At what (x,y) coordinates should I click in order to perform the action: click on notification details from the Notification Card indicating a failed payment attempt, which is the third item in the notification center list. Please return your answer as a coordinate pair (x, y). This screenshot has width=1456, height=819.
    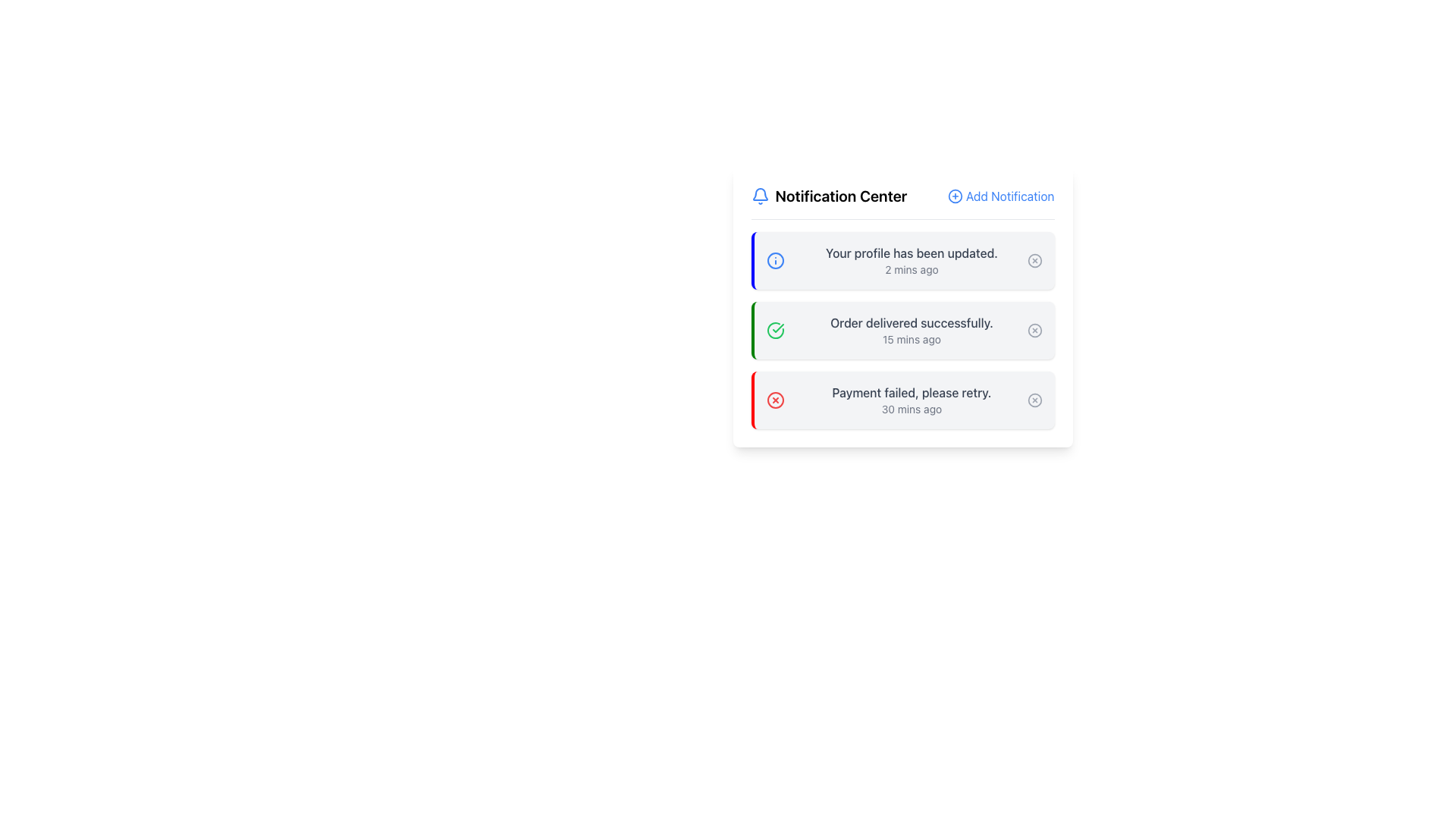
    Looking at the image, I should click on (902, 400).